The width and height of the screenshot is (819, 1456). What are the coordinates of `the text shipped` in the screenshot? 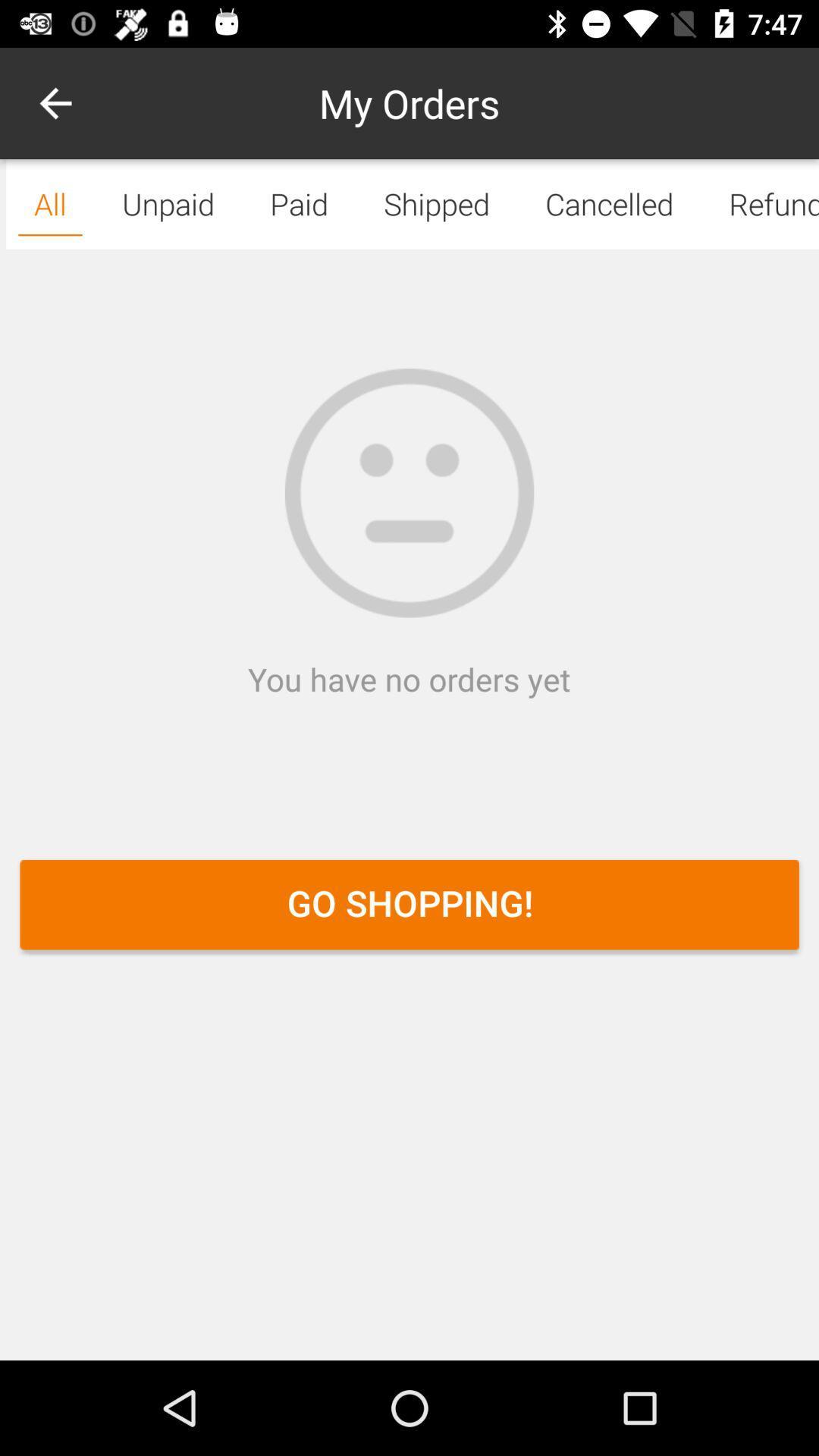 It's located at (437, 203).